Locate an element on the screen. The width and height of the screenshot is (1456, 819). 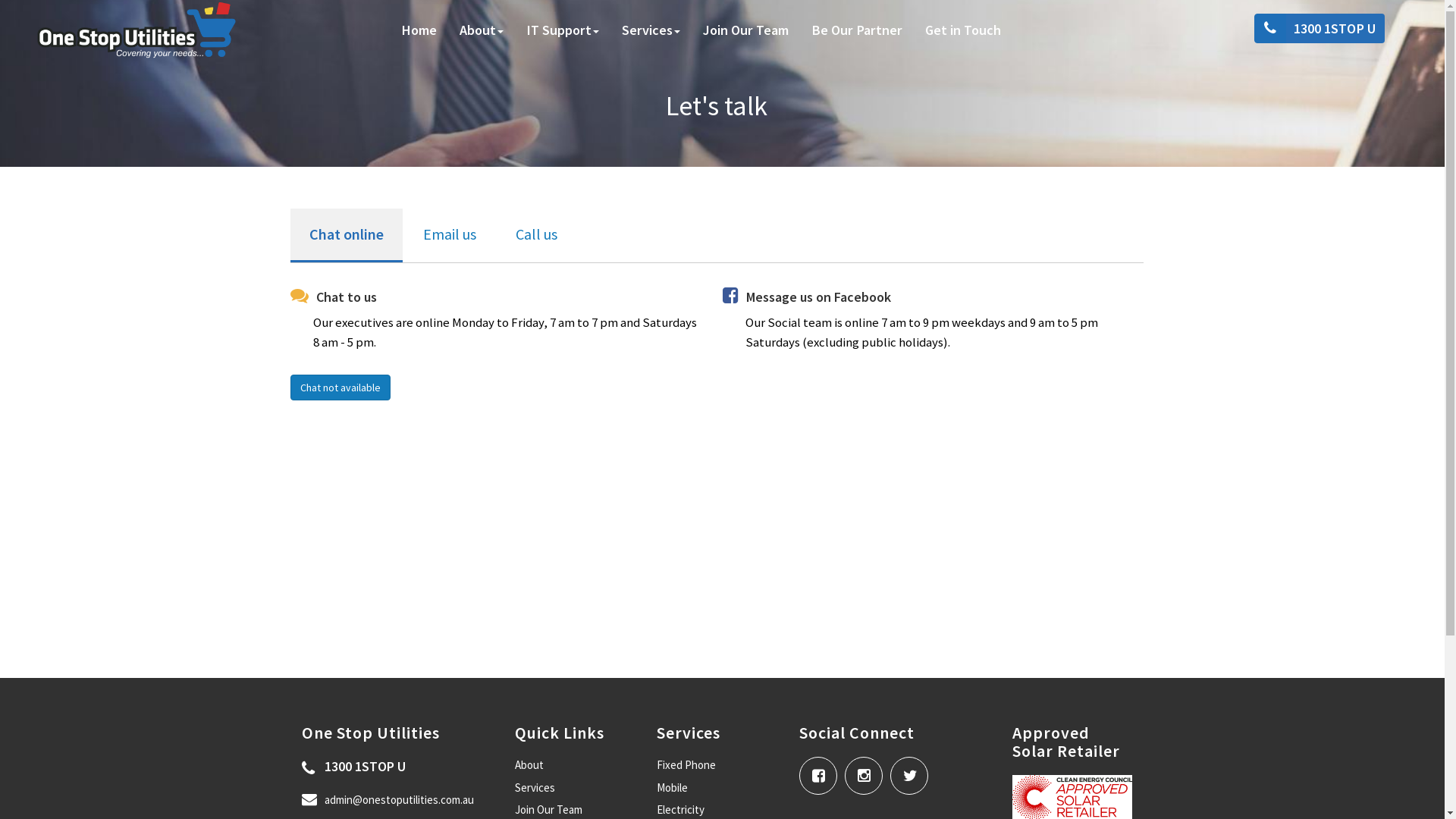
' ' is located at coordinates (890, 768).